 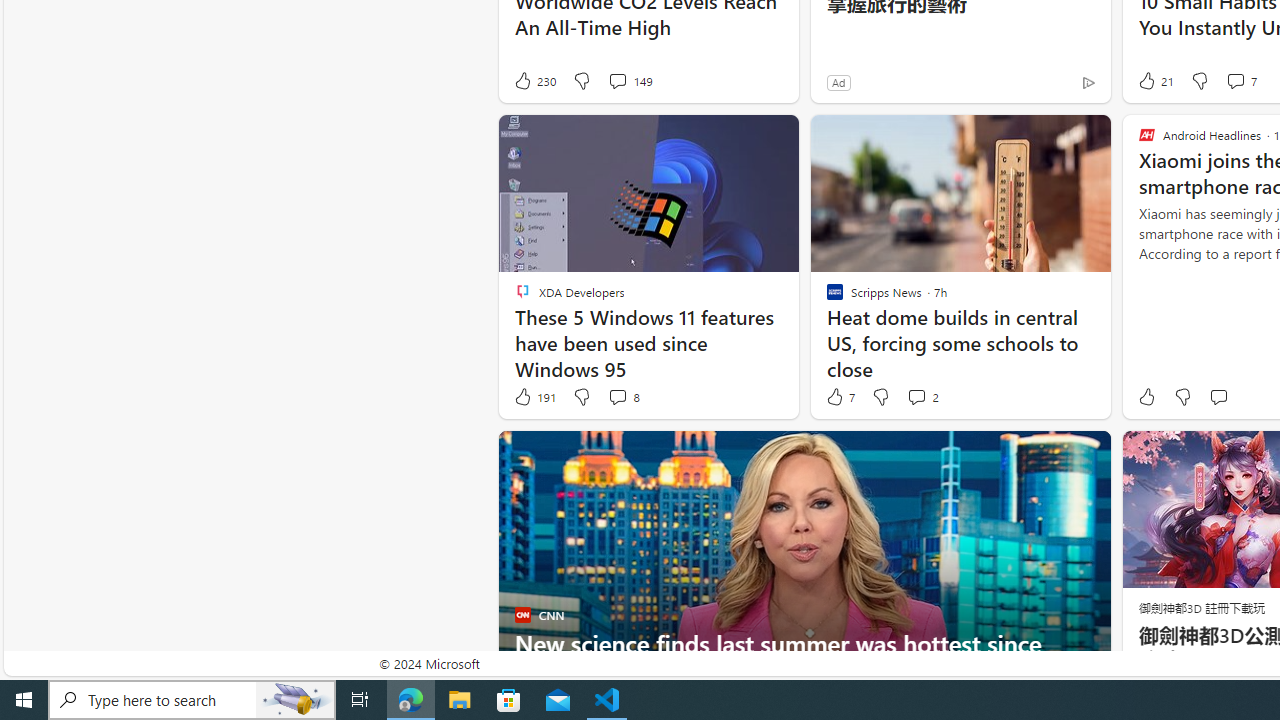 I want to click on '7 Like', so click(x=839, y=397).